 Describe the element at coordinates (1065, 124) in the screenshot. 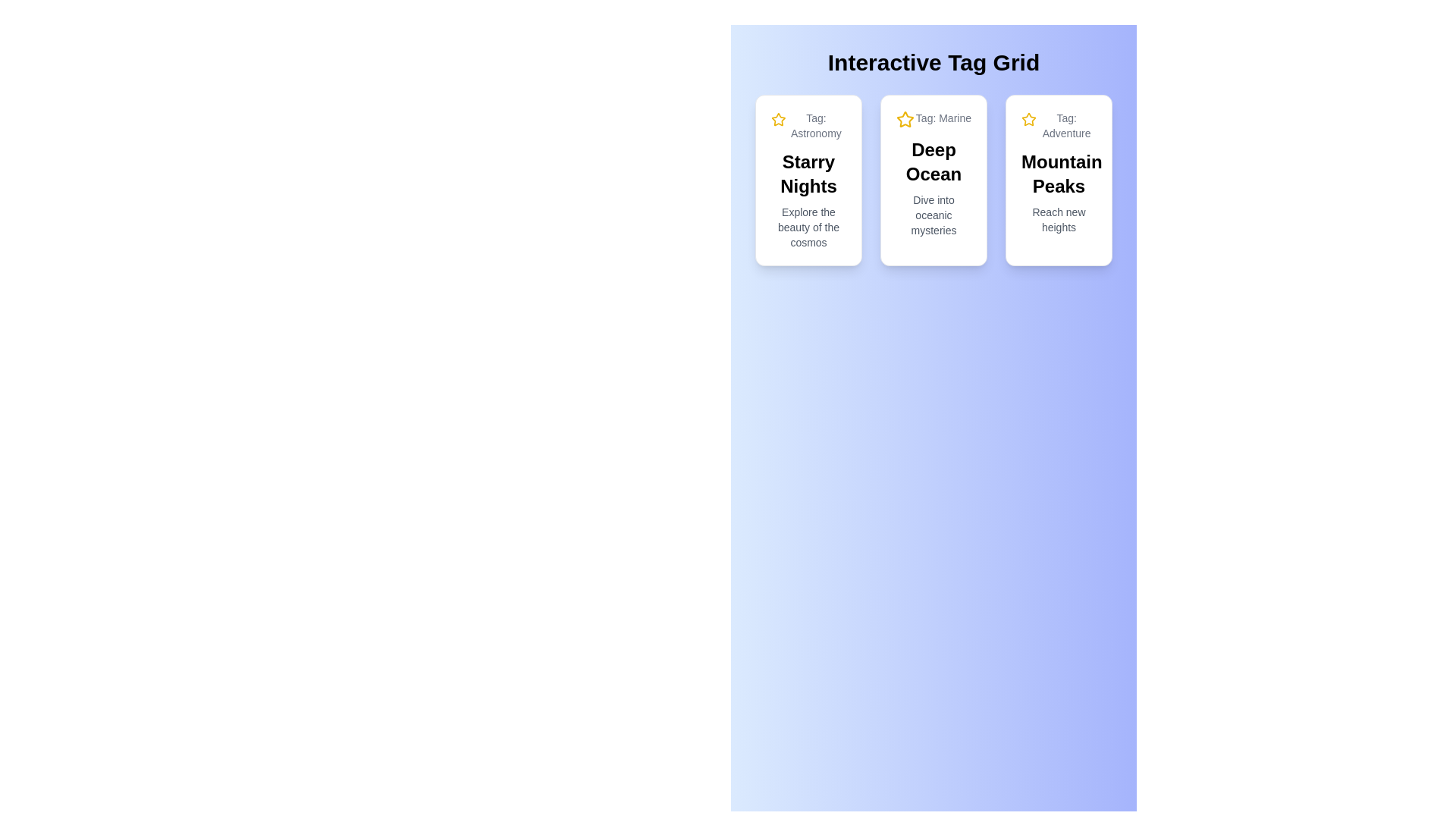

I see `the static text label that reads 'Tag: Adventure', which is styled with a small font size, gray color, and bold typeface, located in the header section of the third card from the left` at that location.